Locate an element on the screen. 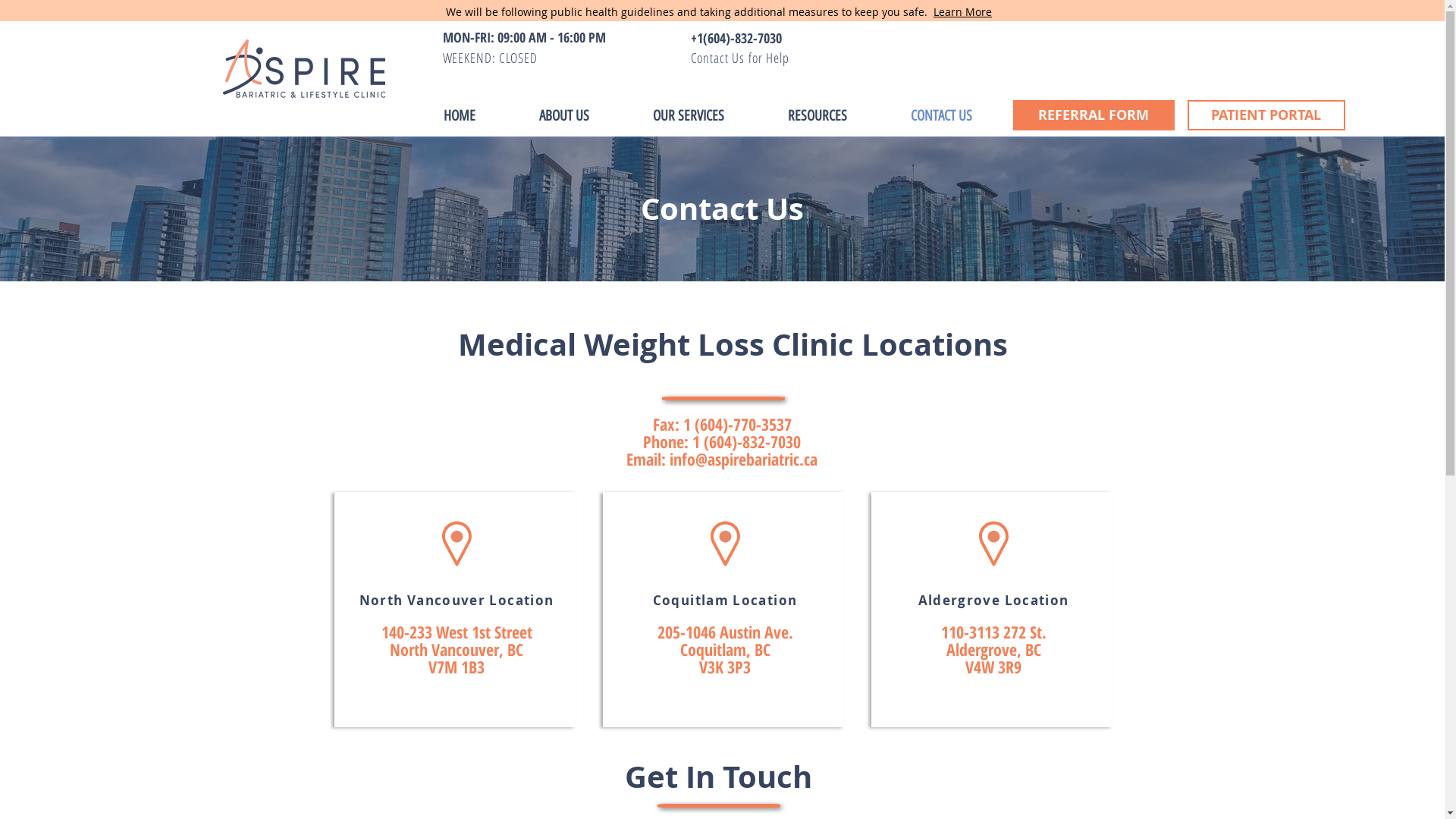 The image size is (1456, 819). 'HOME' is located at coordinates (457, 115).